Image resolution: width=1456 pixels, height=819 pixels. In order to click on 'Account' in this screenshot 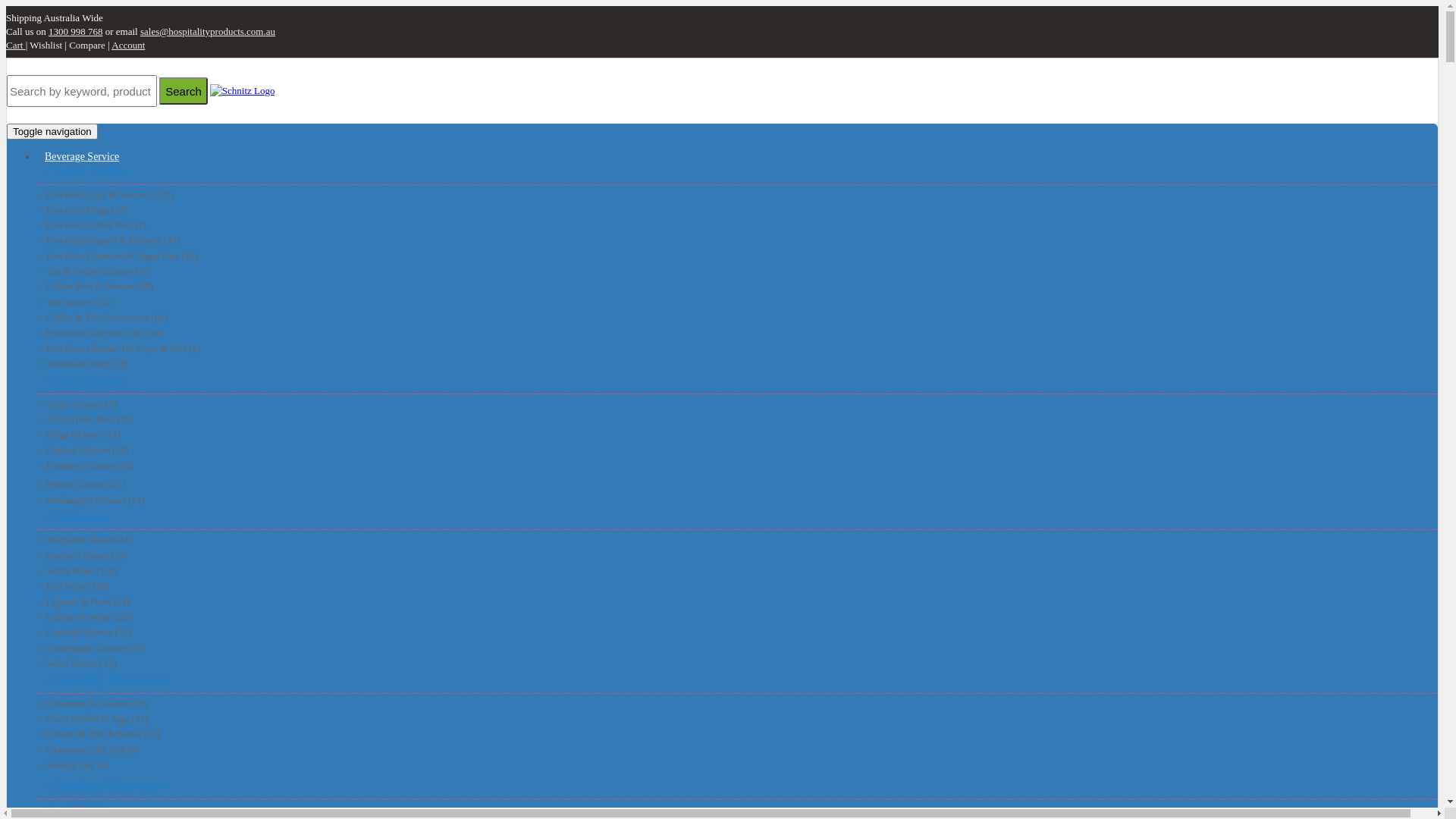, I will do `click(111, 44)`.